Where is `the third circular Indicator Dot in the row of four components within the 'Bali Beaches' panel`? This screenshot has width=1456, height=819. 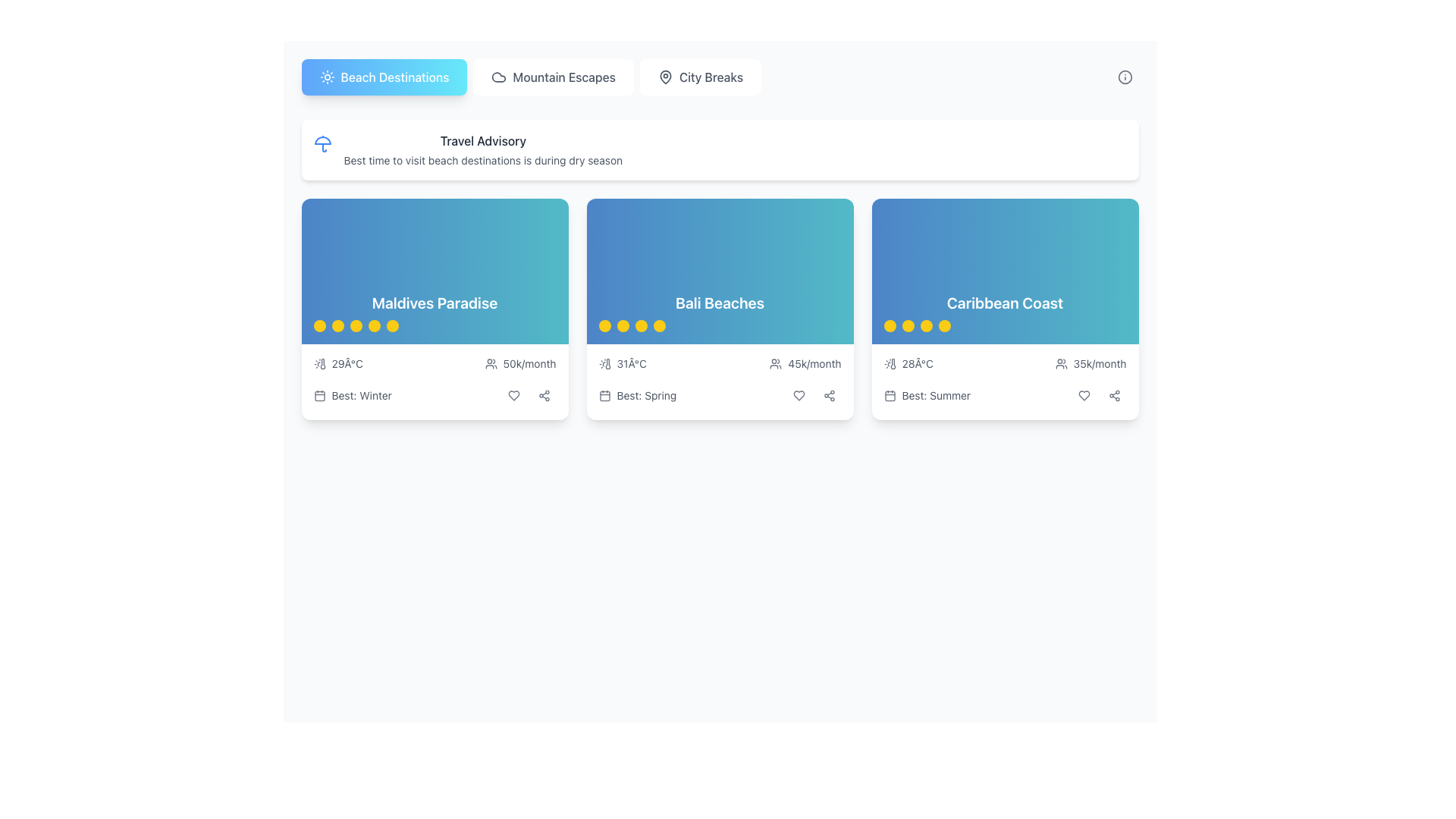
the third circular Indicator Dot in the row of four components within the 'Bali Beaches' panel is located at coordinates (641, 325).